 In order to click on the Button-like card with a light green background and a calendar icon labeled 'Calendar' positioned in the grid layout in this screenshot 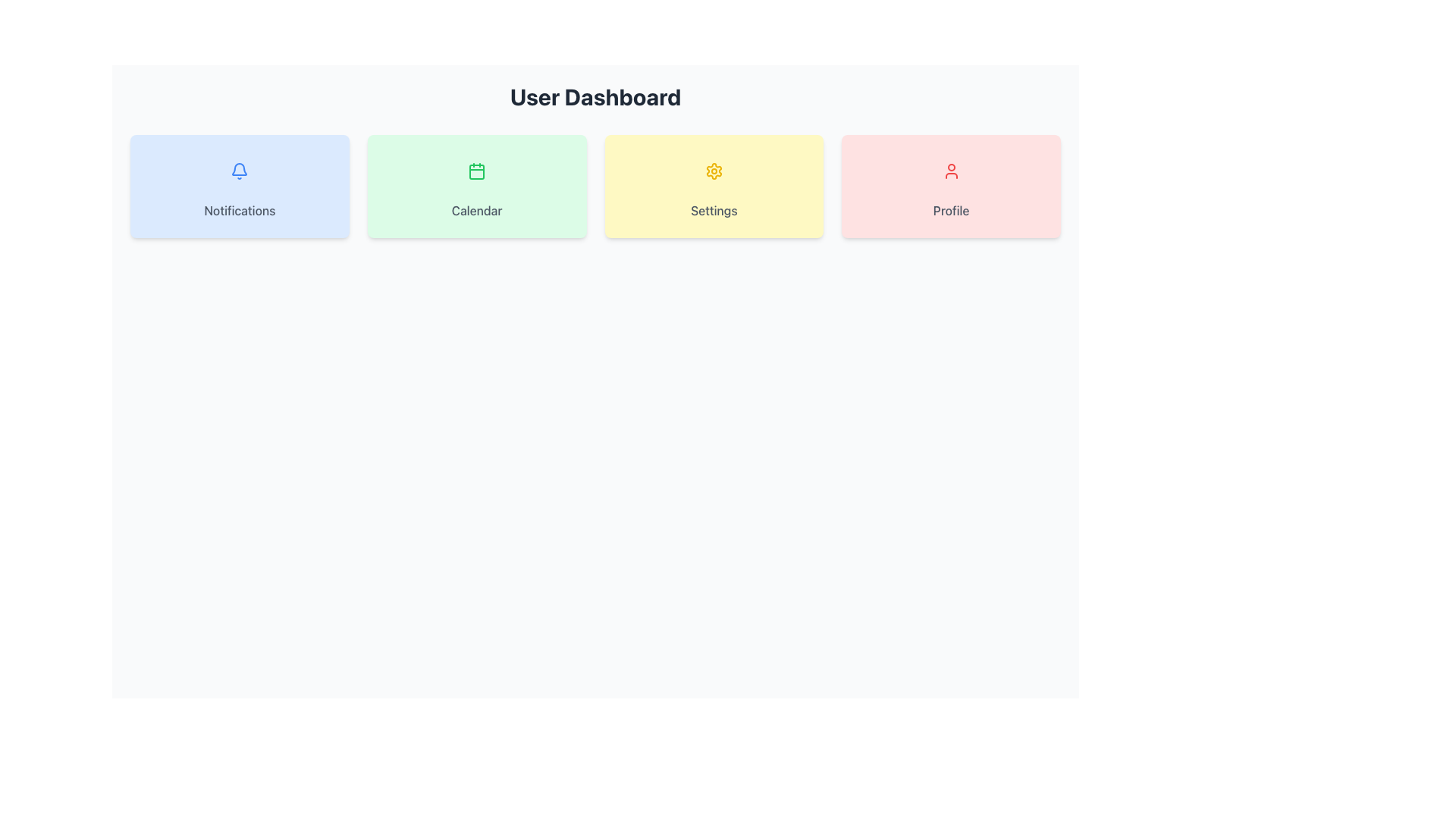, I will do `click(476, 186)`.